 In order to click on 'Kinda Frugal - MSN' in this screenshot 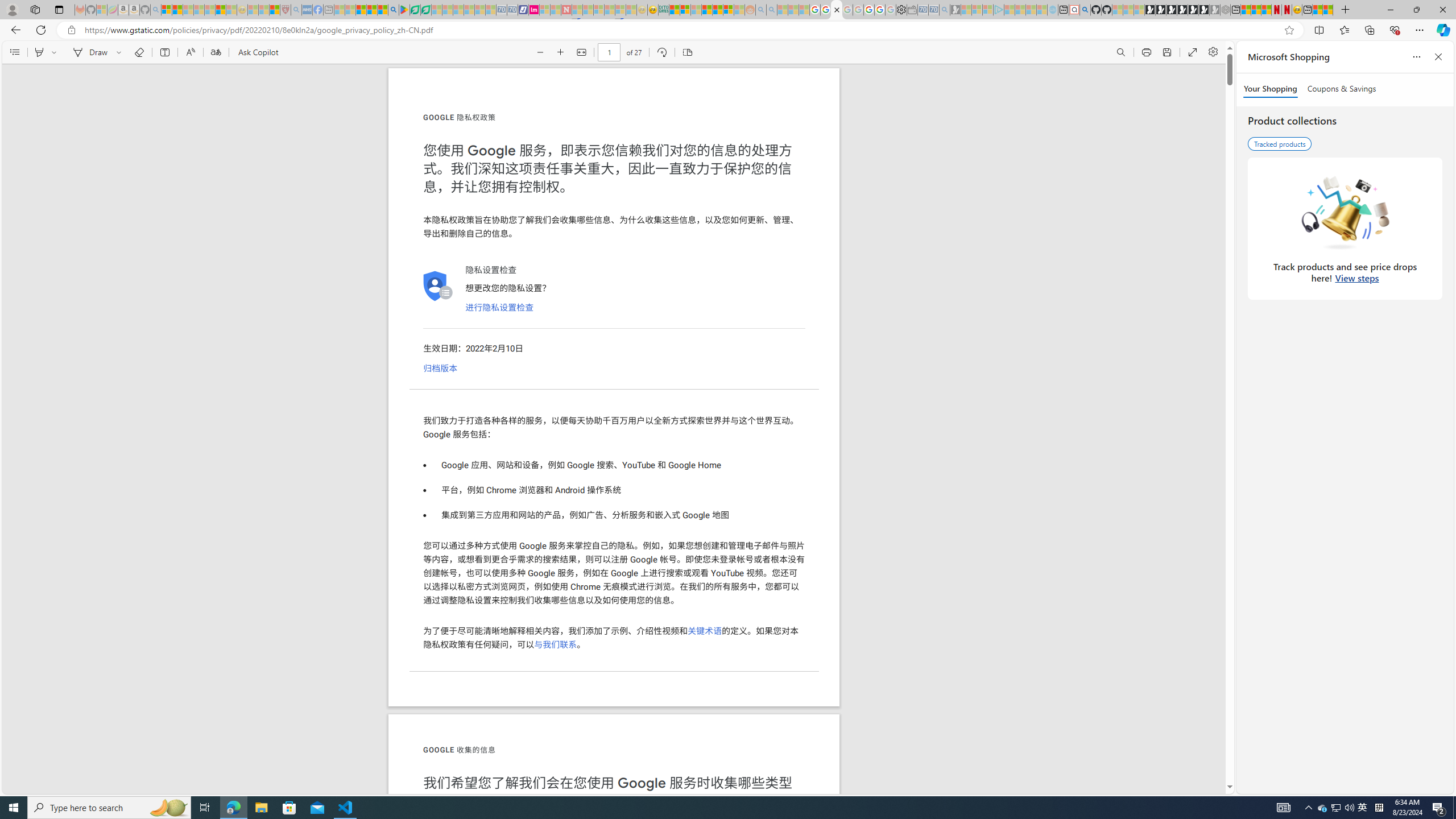, I will do `click(717, 9)`.